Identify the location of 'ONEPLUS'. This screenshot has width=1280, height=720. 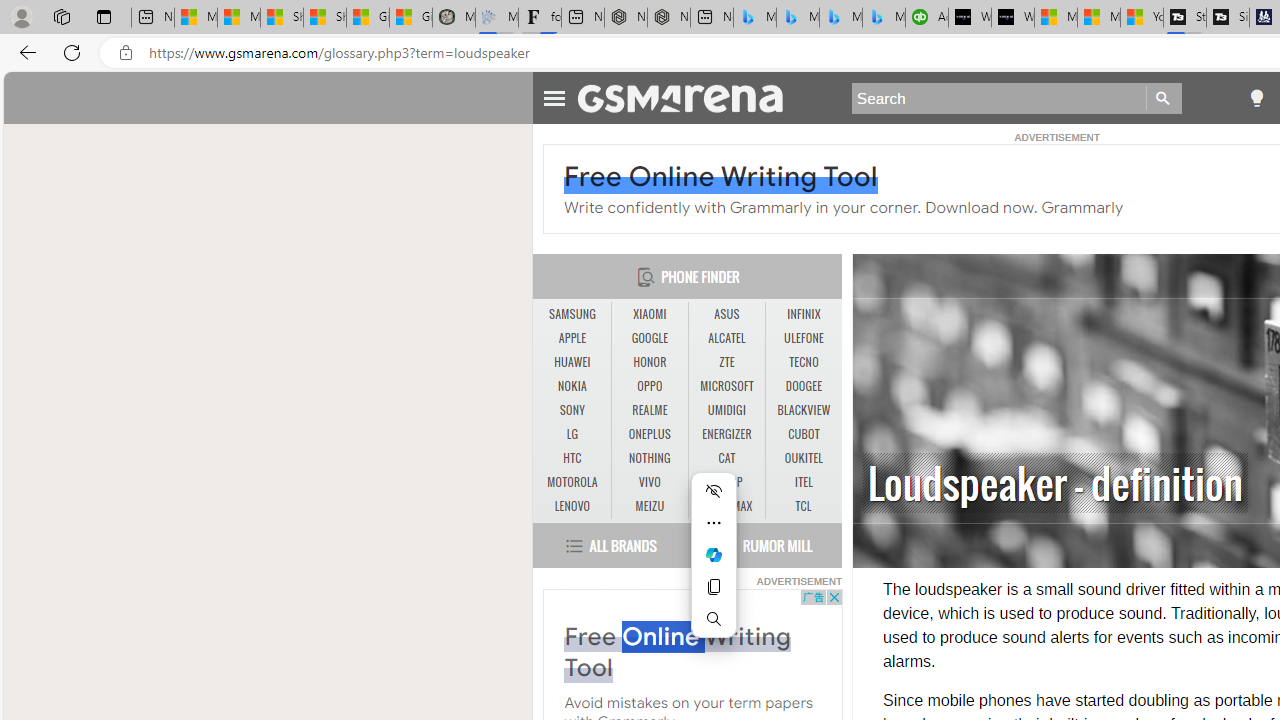
(649, 433).